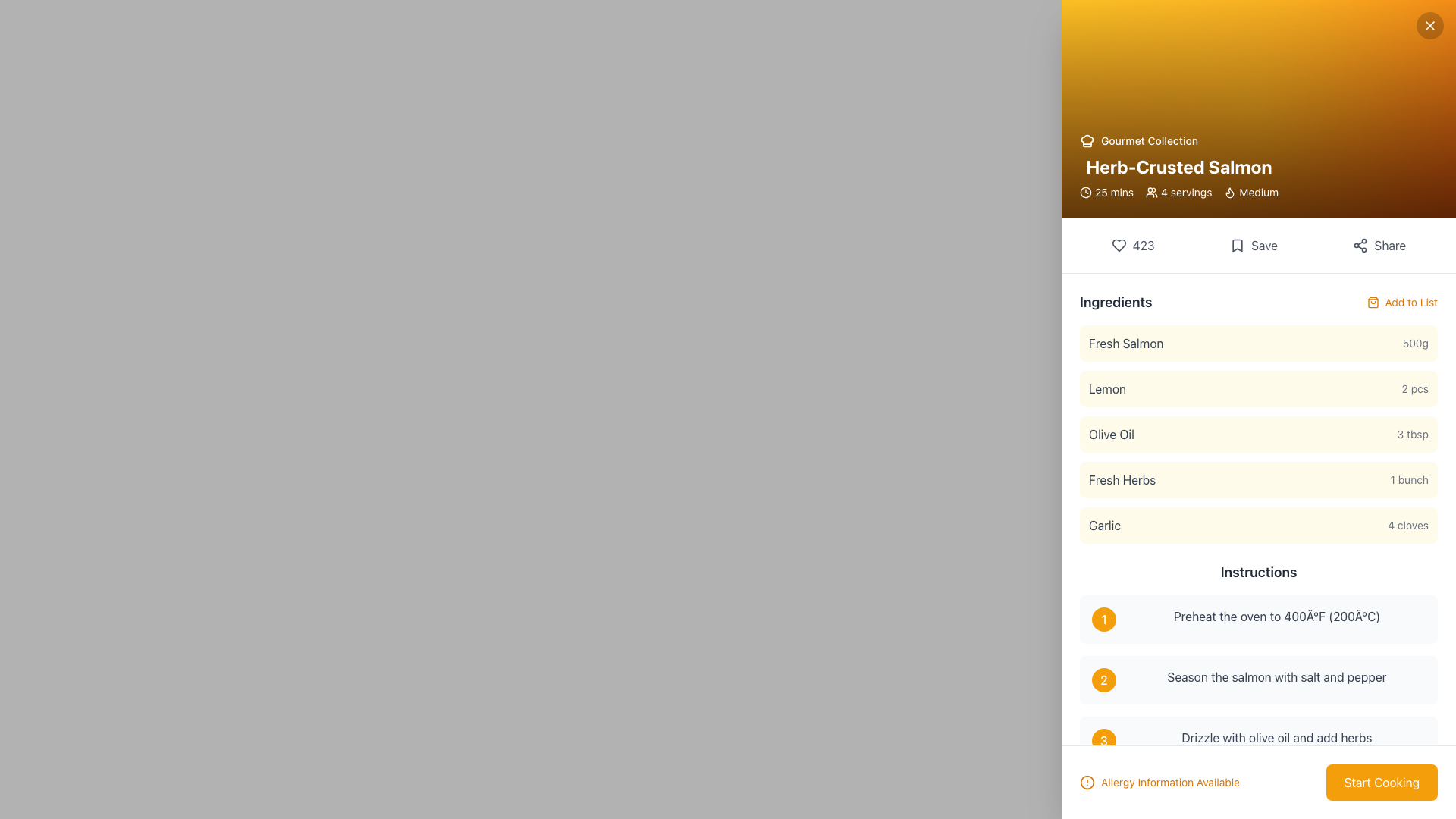 The height and width of the screenshot is (819, 1456). I want to click on the Close icon represented by a white 'X' inside a rounded rectangular button in the top-right corner of the header section above the recipe titled 'Herb-Crusted Salmon' to trigger the hover effect, so click(1429, 26).